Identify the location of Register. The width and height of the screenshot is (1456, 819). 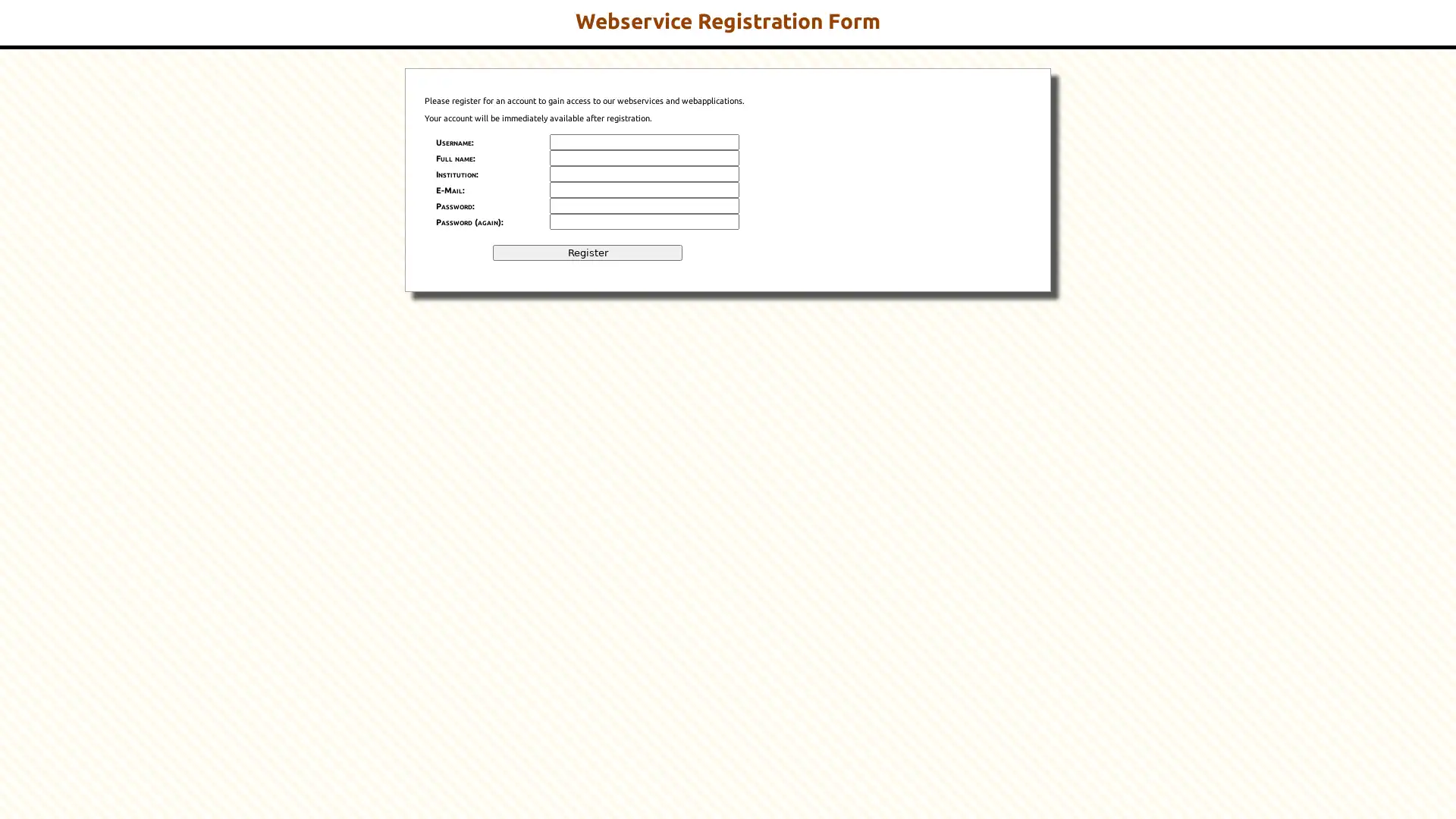
(586, 252).